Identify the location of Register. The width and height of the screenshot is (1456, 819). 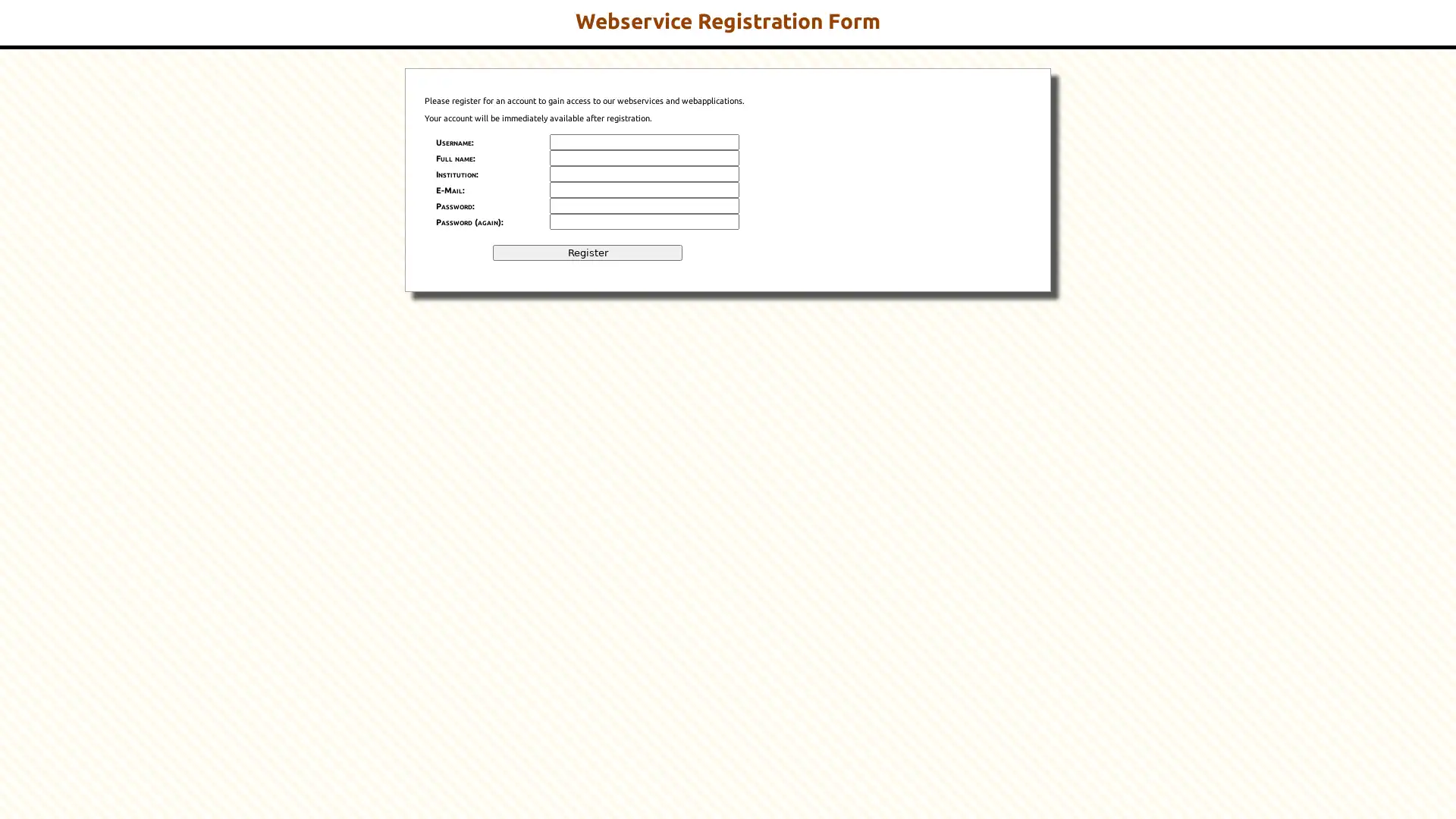
(586, 252).